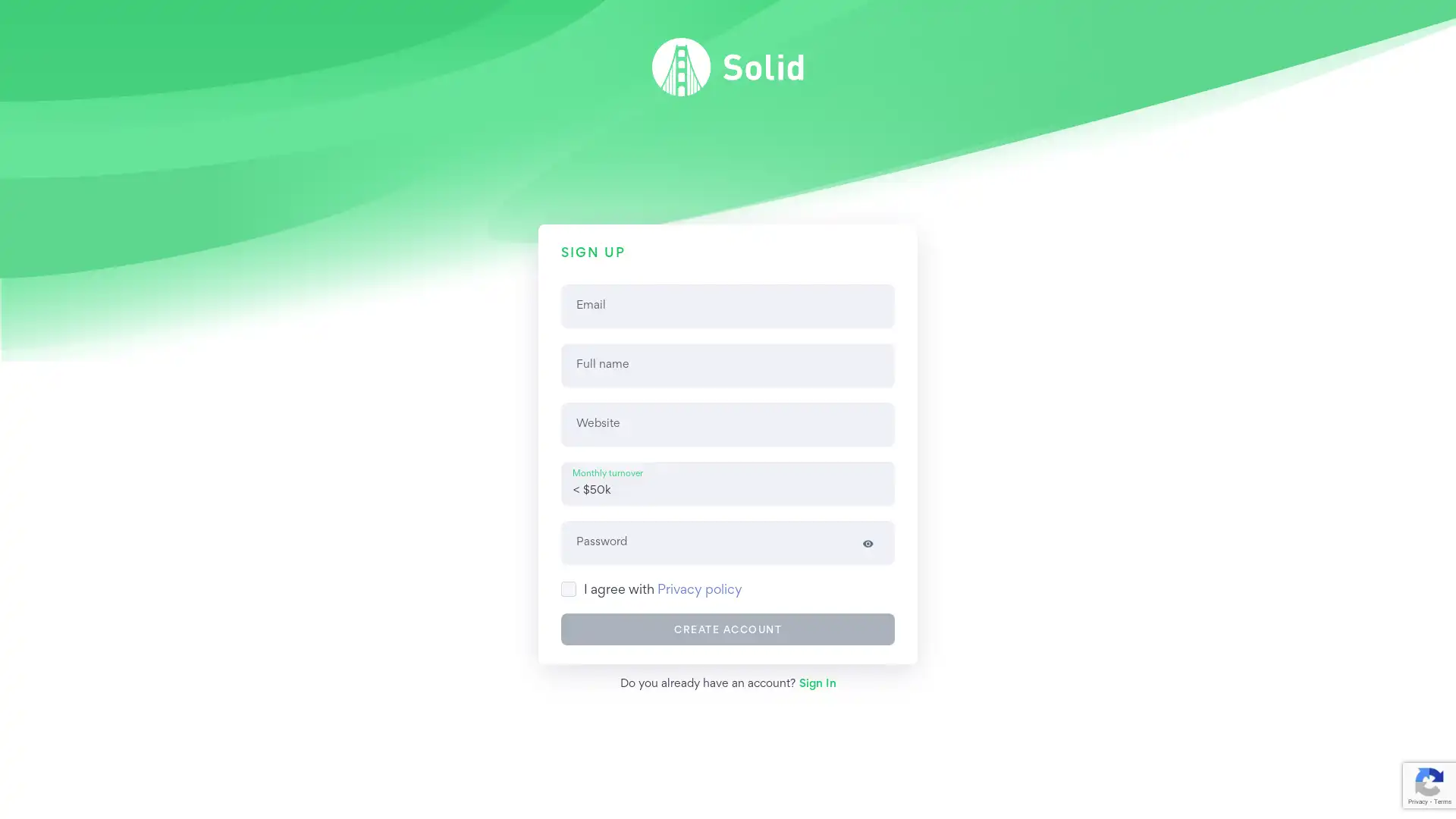 This screenshot has height=819, width=1456. Describe the element at coordinates (1437, 775) in the screenshot. I see `consent-close-icon` at that location.